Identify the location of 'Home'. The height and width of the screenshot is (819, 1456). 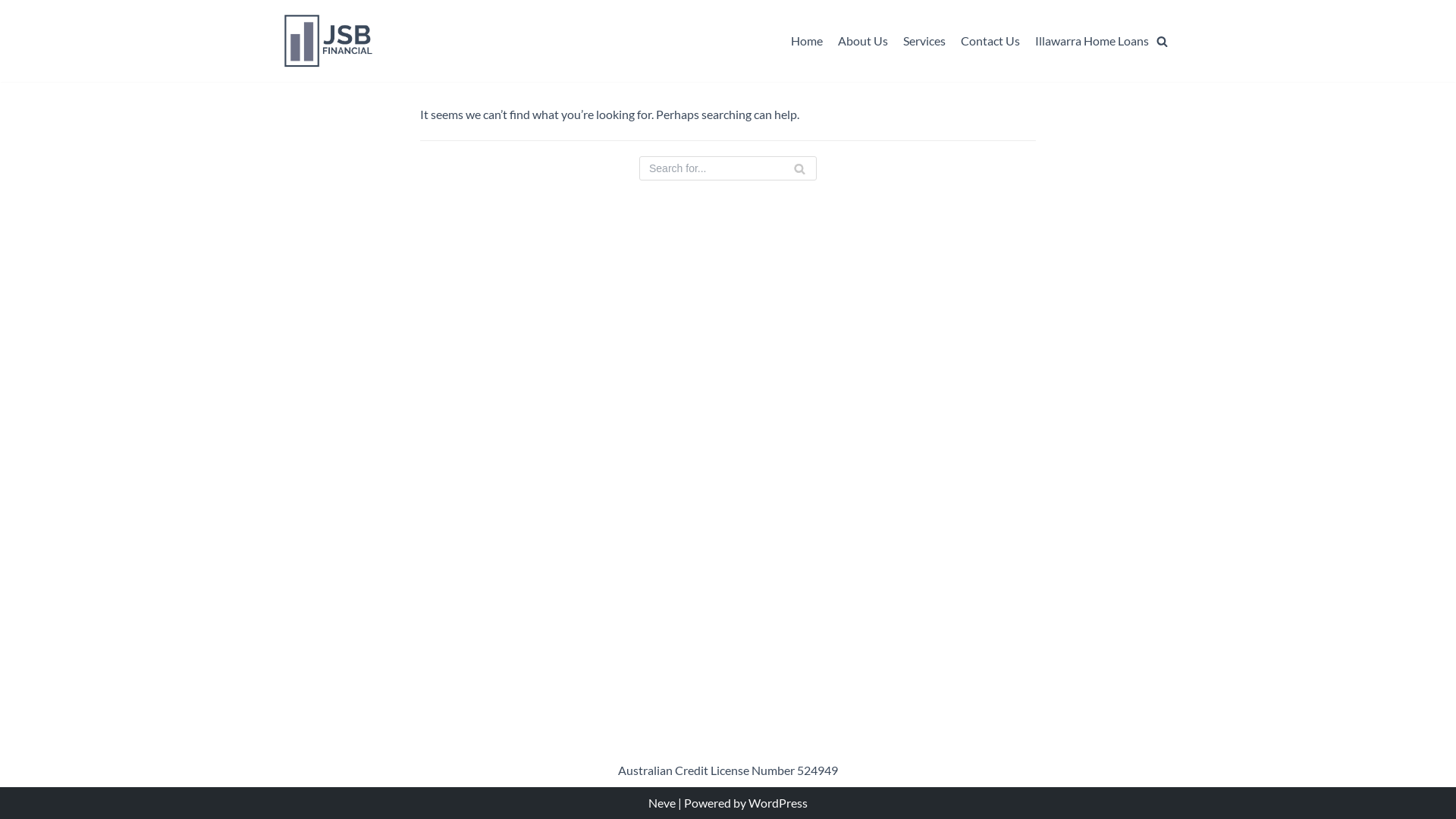
(789, 40).